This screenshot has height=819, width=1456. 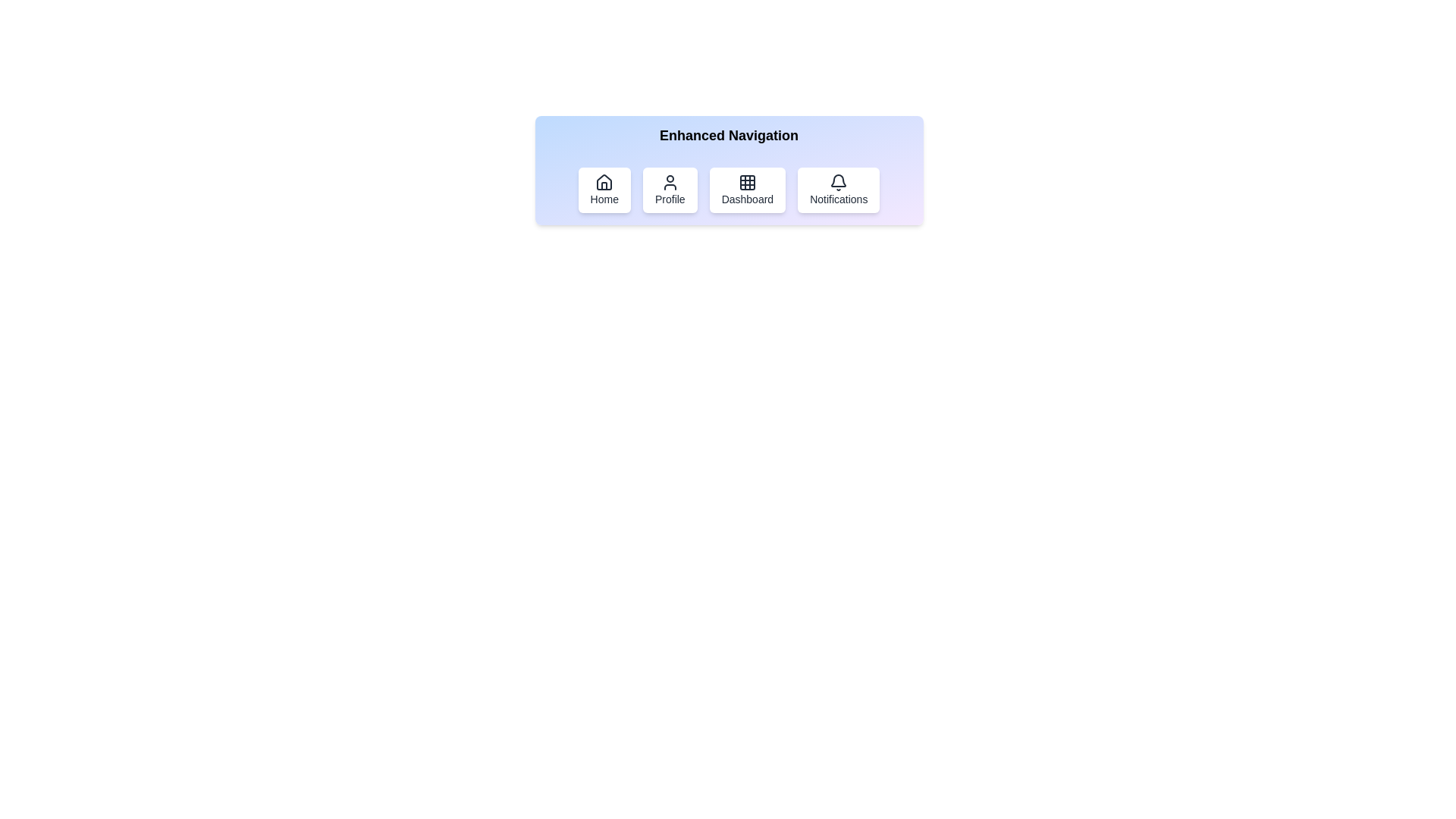 I want to click on the far-right navigation button for accessing notifications, so click(x=838, y=189).